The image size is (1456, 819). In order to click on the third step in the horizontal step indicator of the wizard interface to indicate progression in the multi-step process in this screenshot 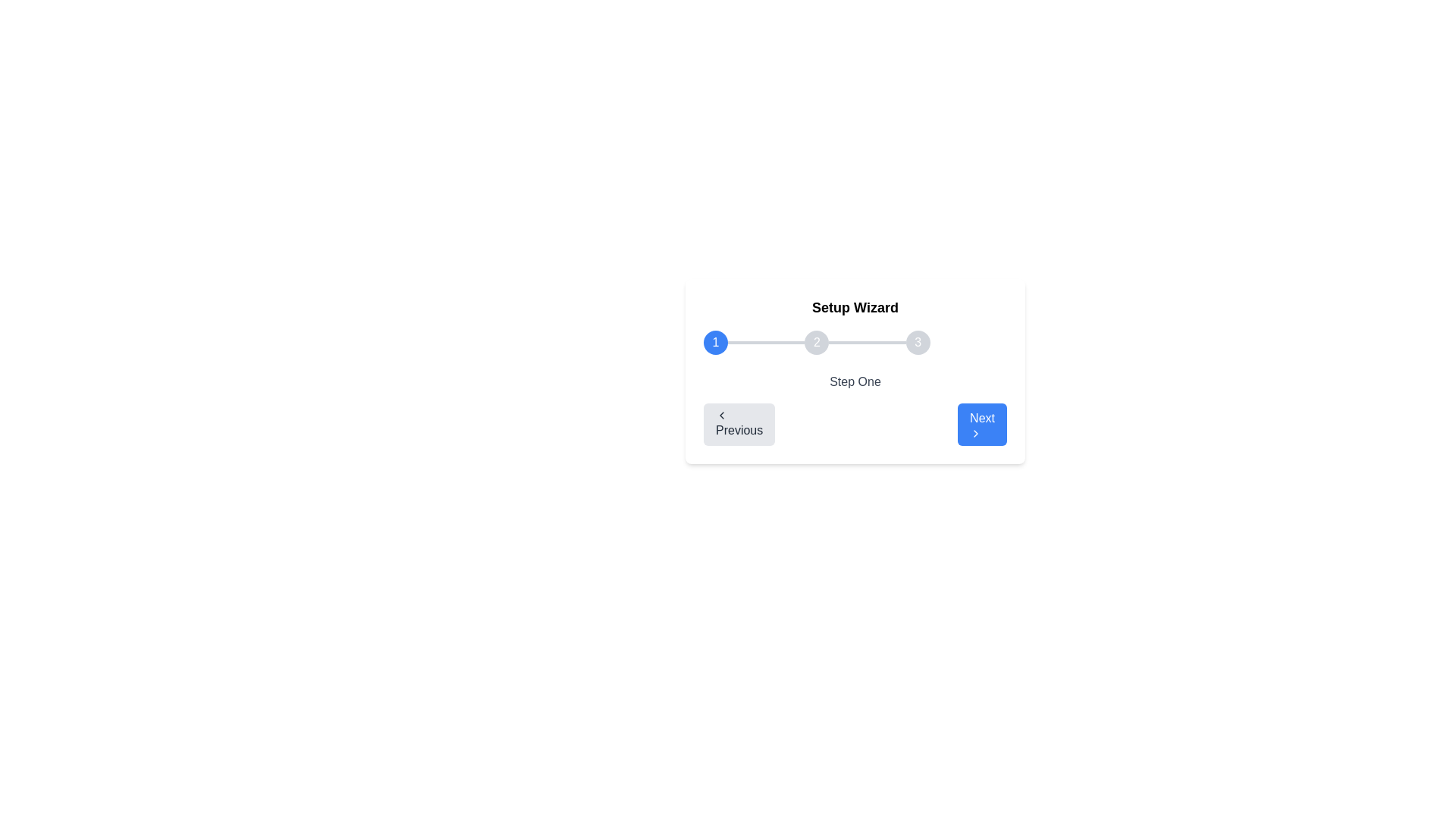, I will do `click(917, 342)`.